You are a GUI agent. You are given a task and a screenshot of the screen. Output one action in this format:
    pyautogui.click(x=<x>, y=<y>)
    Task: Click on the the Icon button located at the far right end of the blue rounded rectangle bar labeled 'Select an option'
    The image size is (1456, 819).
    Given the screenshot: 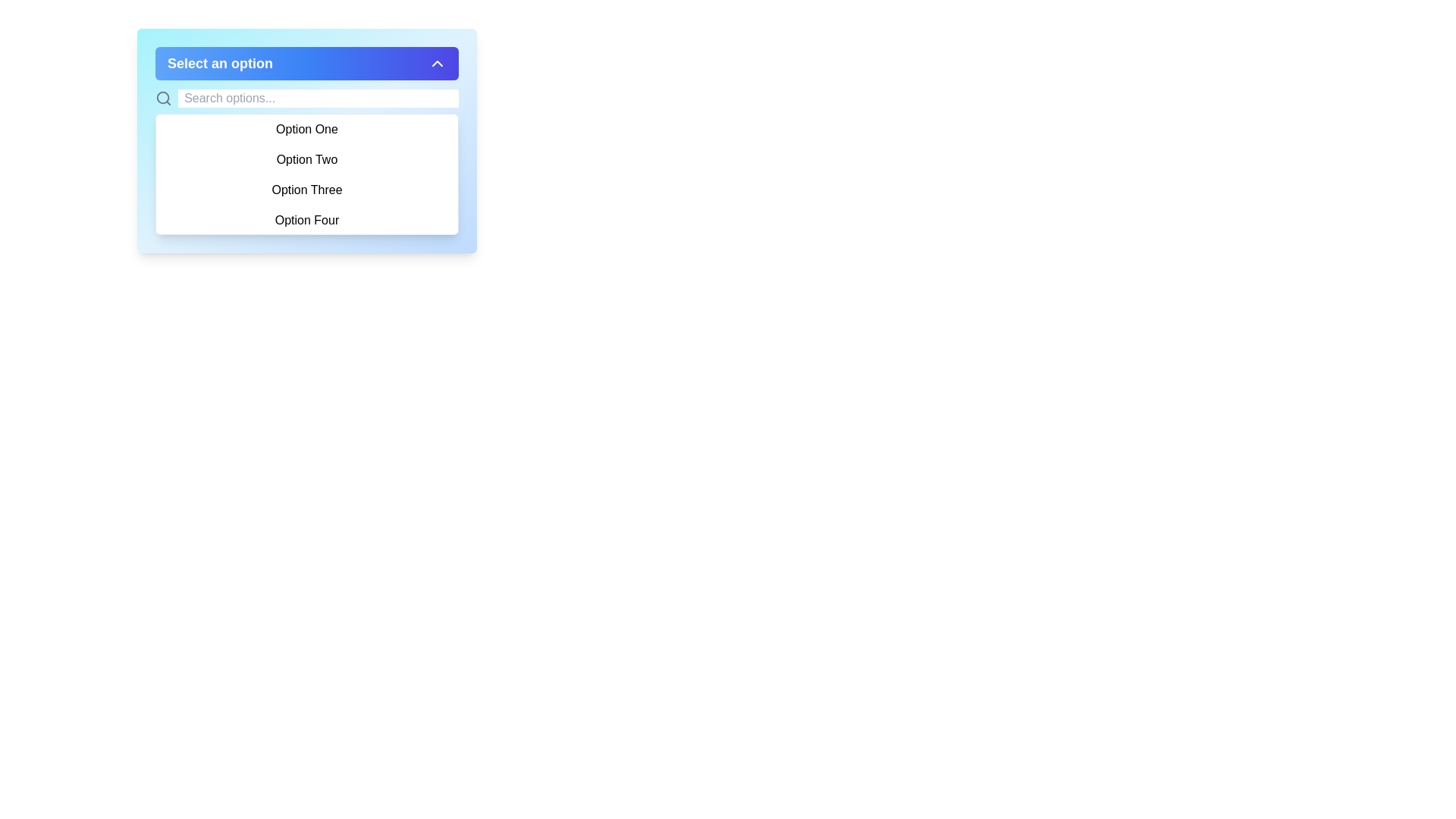 What is the action you would take?
    pyautogui.click(x=436, y=63)
    